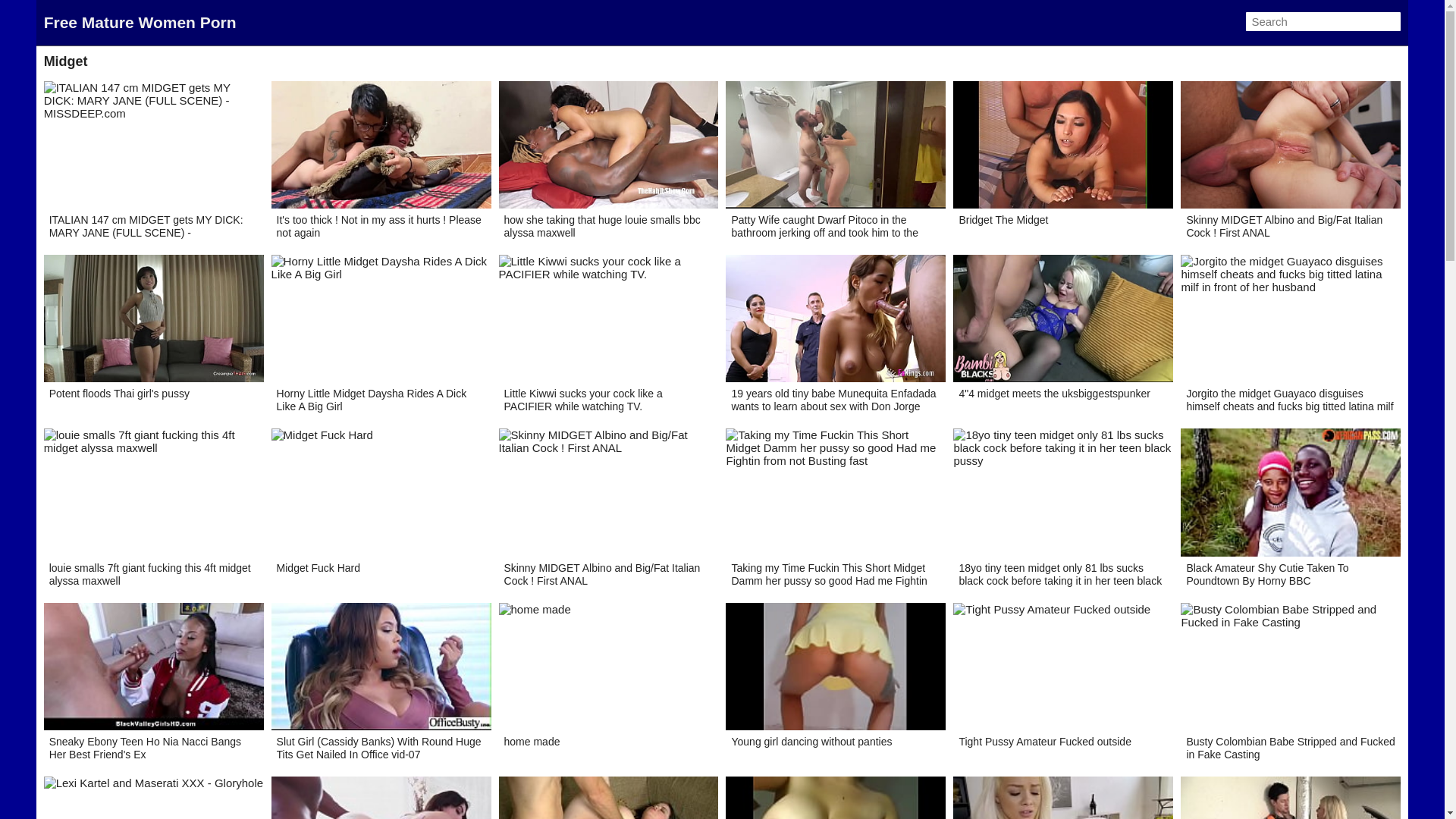 The width and height of the screenshot is (1456, 819). What do you see at coordinates (140, 22) in the screenshot?
I see `'Free Mature Women Porn'` at bounding box center [140, 22].